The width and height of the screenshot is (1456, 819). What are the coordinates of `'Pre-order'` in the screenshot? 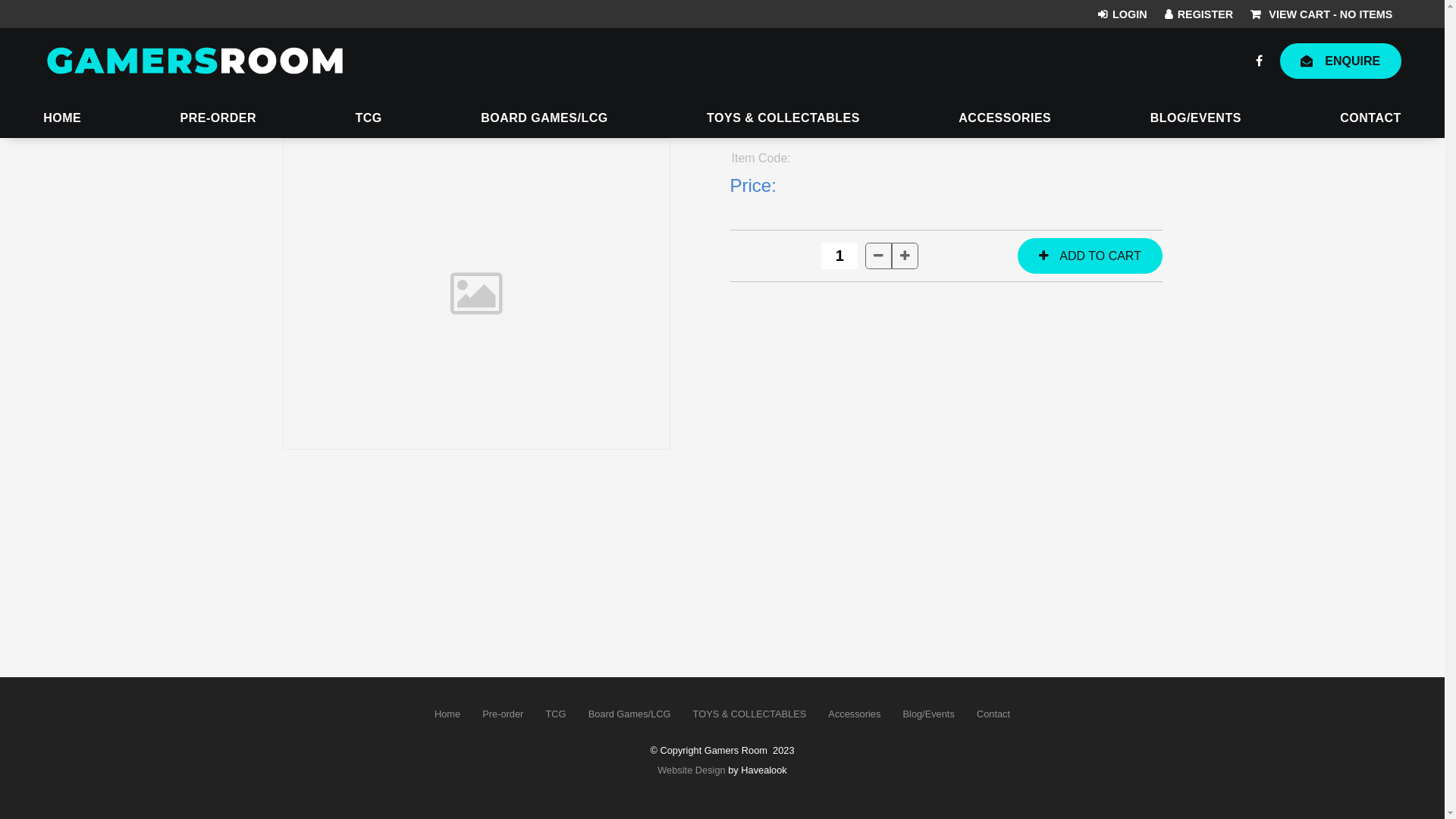 It's located at (472, 714).